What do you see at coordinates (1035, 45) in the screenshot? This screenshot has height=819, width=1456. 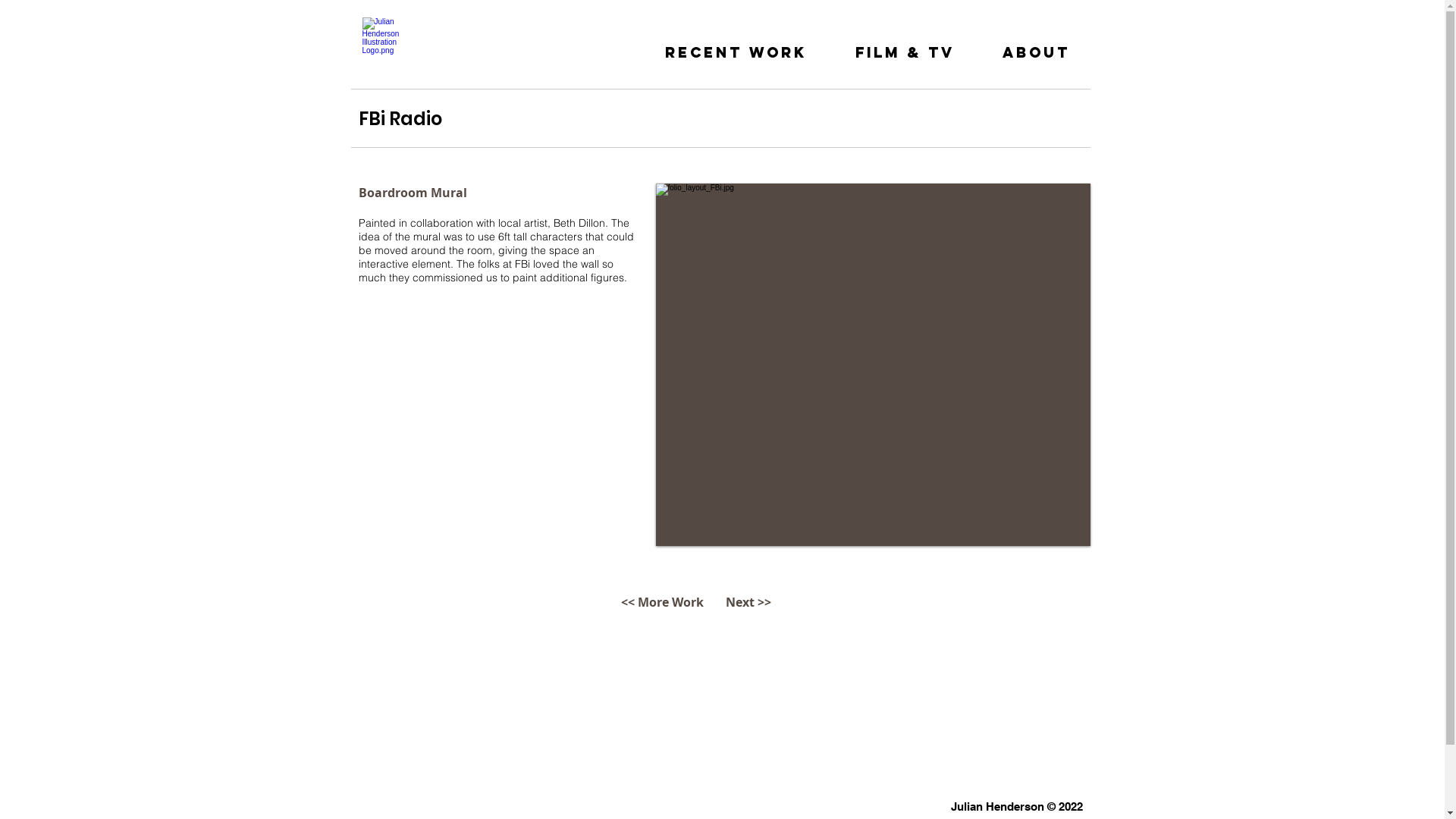 I see `'About'` at bounding box center [1035, 45].